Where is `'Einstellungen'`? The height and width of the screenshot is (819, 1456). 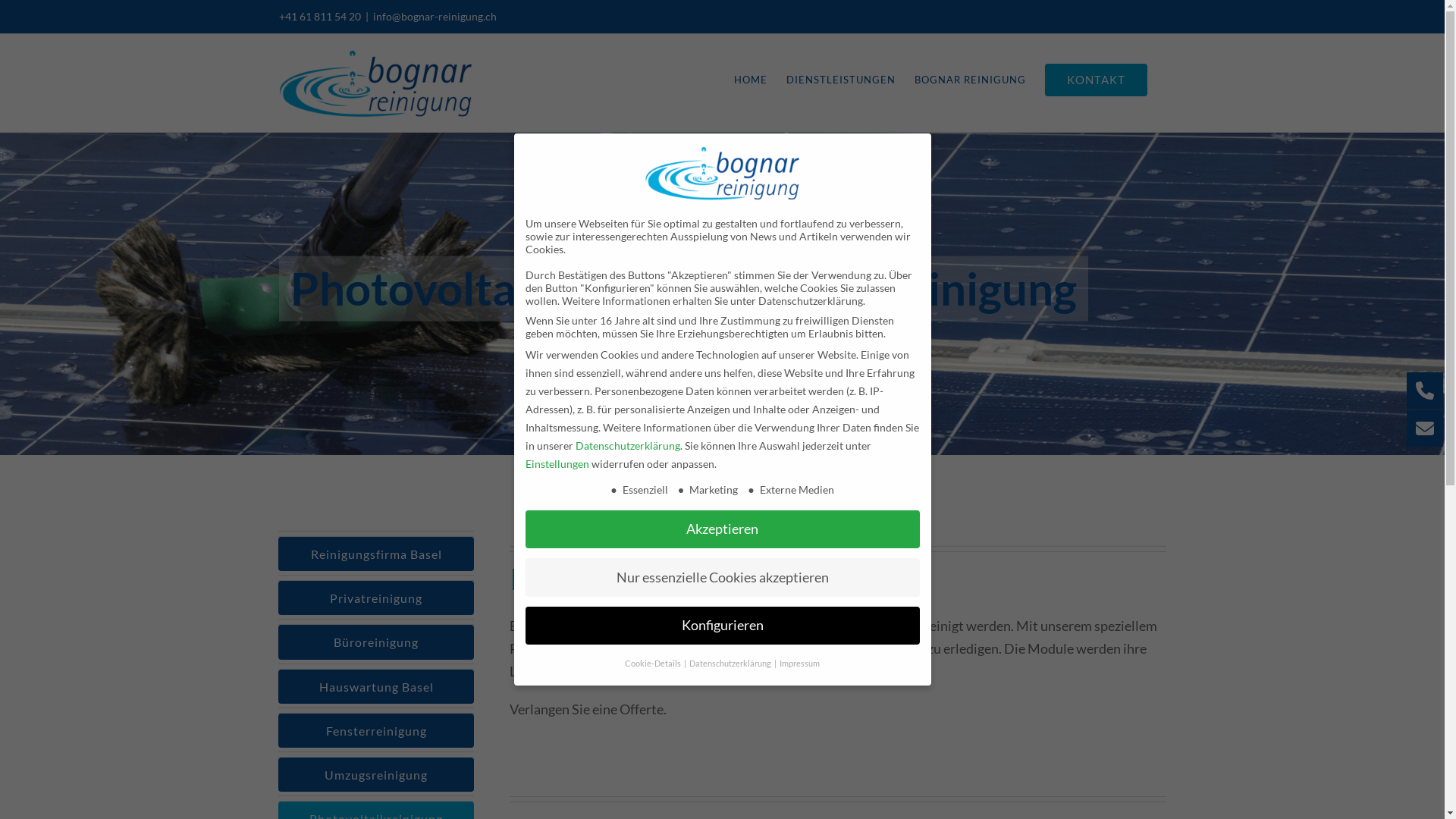 'Einstellungen' is located at coordinates (556, 463).